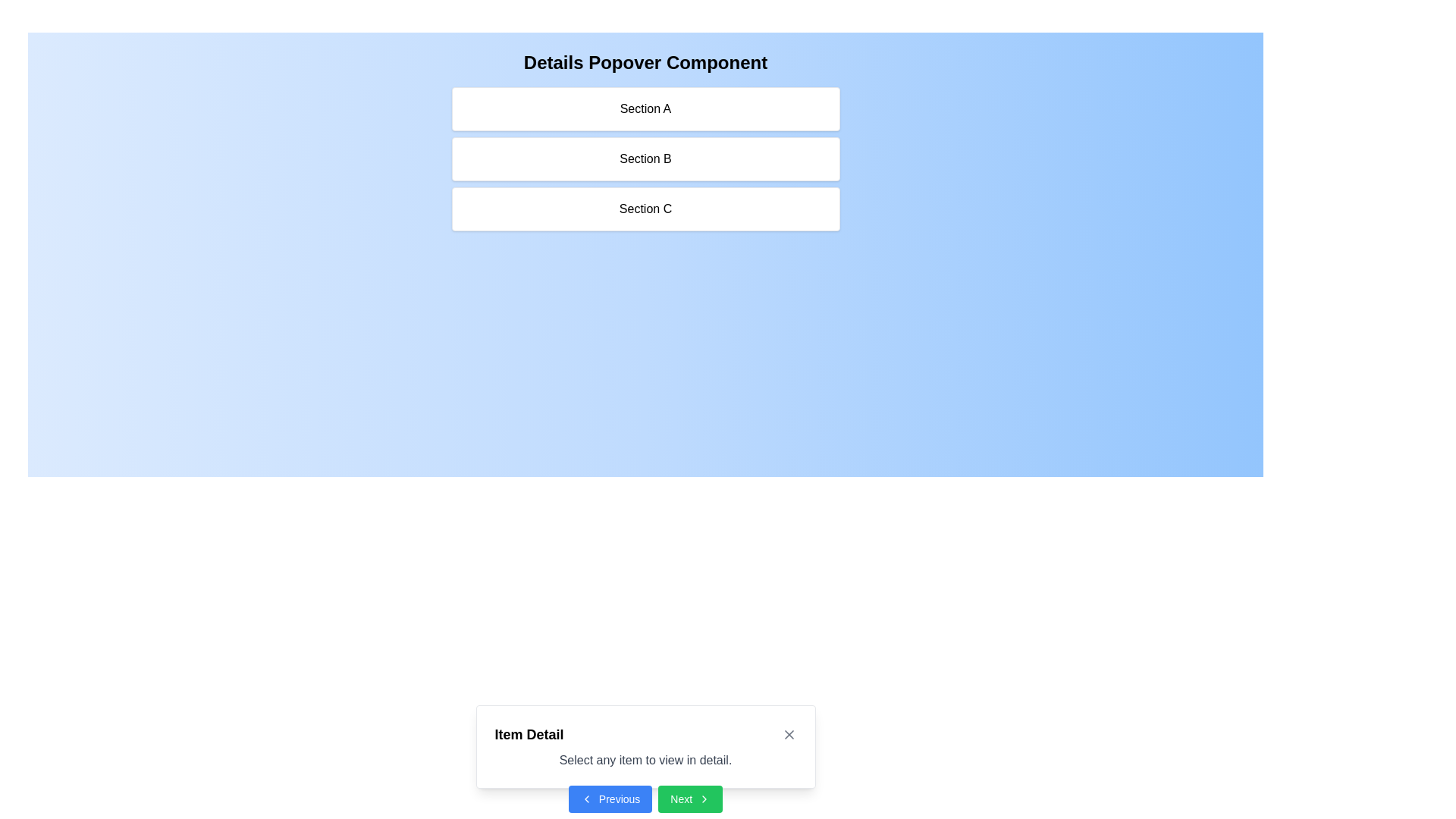  Describe the element at coordinates (689, 798) in the screenshot. I see `the 'Next' button with a green background and white text, located at the bottom right of the modal dialogue box` at that location.